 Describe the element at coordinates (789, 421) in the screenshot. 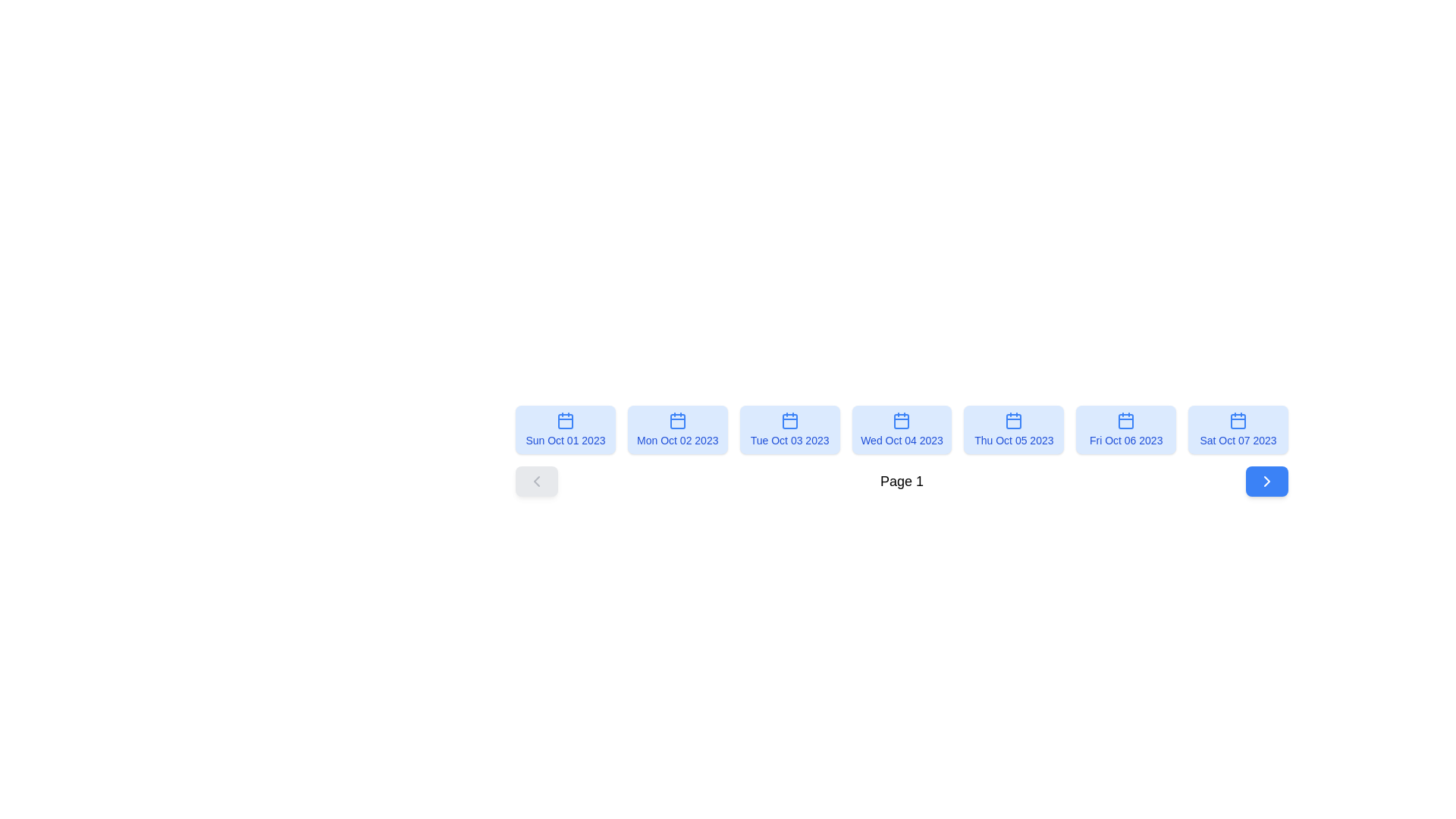

I see `the small rectangular shape with rounded edges that forms the backdrop of the date section in the blue calendar icon for 'Tue Oct 03 2023'` at that location.